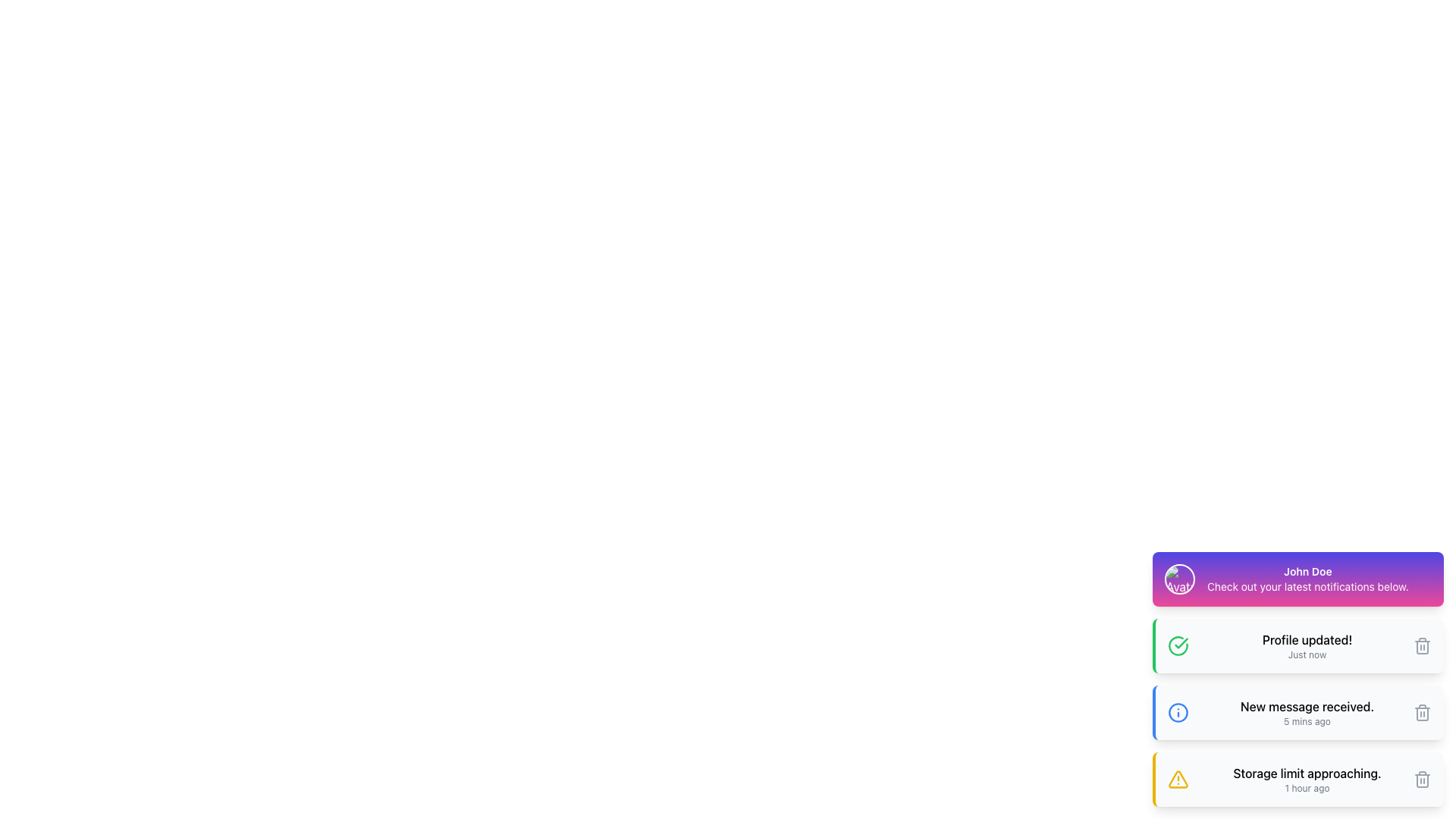 This screenshot has width=1456, height=819. Describe the element at coordinates (1422, 646) in the screenshot. I see `the delete icon button located in the top-right corner of the 'Profile updated!' notification card` at that location.